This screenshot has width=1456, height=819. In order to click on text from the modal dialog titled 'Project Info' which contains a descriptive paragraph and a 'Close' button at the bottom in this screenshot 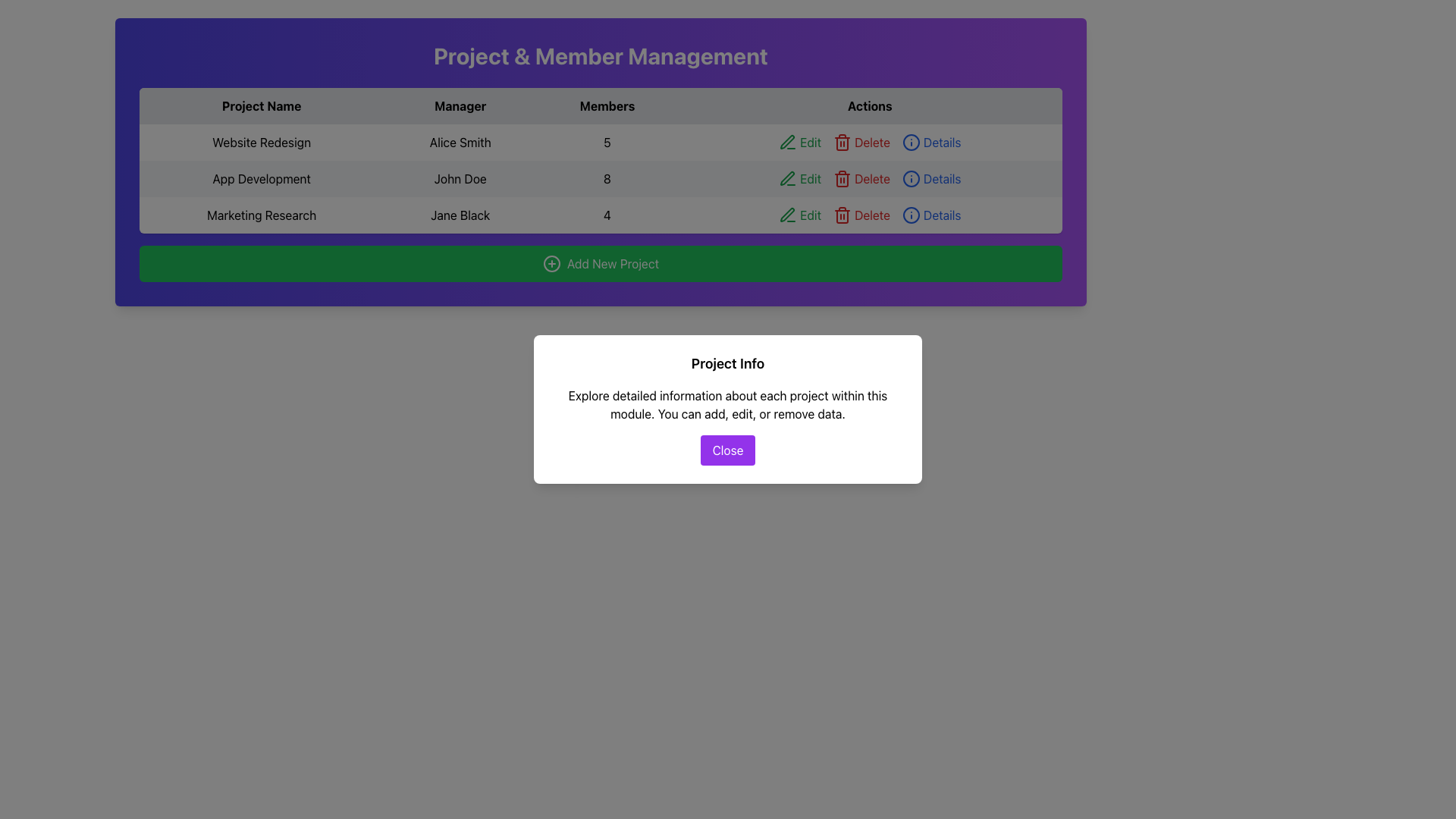, I will do `click(728, 409)`.